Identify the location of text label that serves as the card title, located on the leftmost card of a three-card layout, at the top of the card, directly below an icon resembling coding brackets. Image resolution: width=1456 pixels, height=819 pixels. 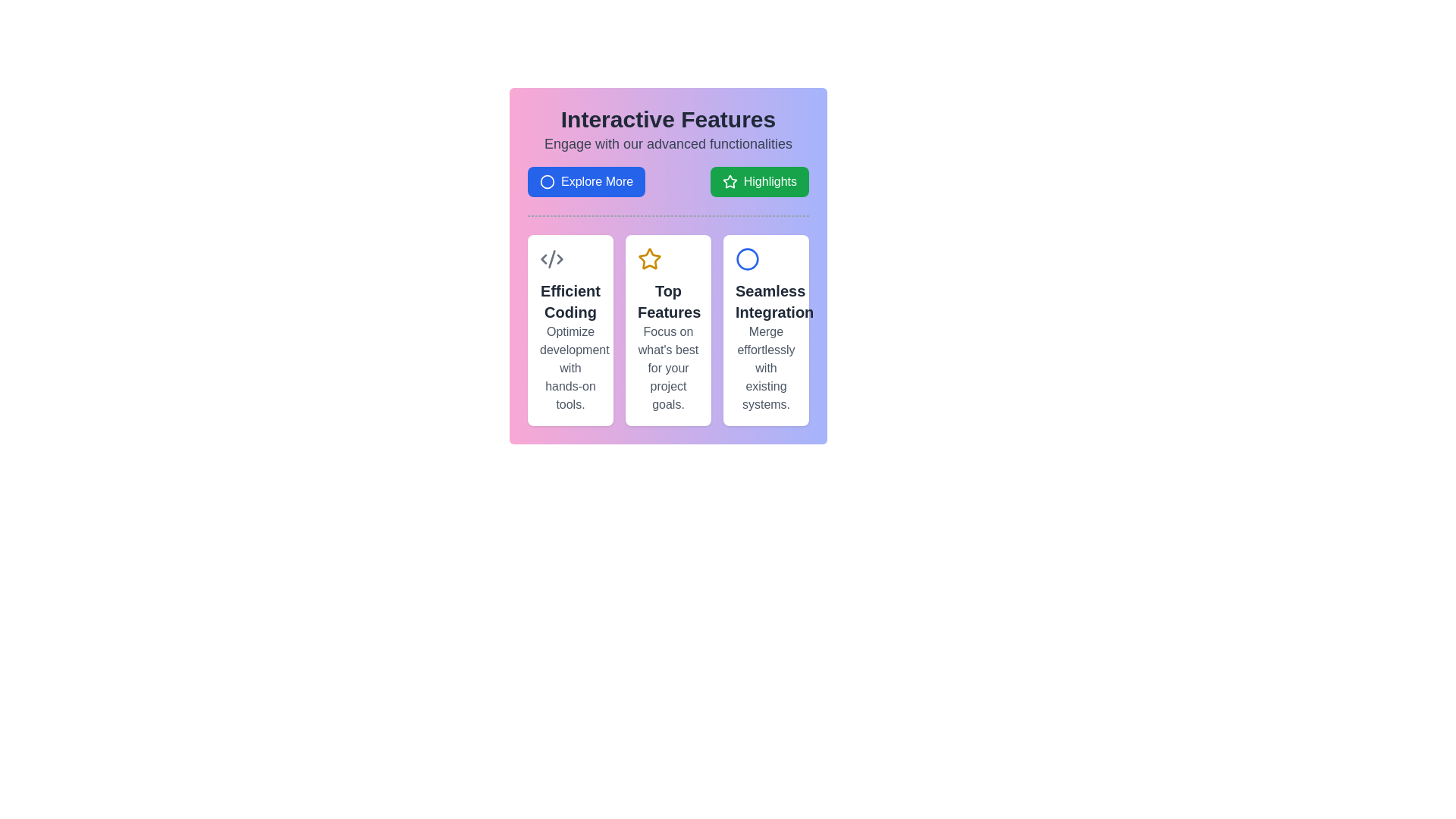
(570, 301).